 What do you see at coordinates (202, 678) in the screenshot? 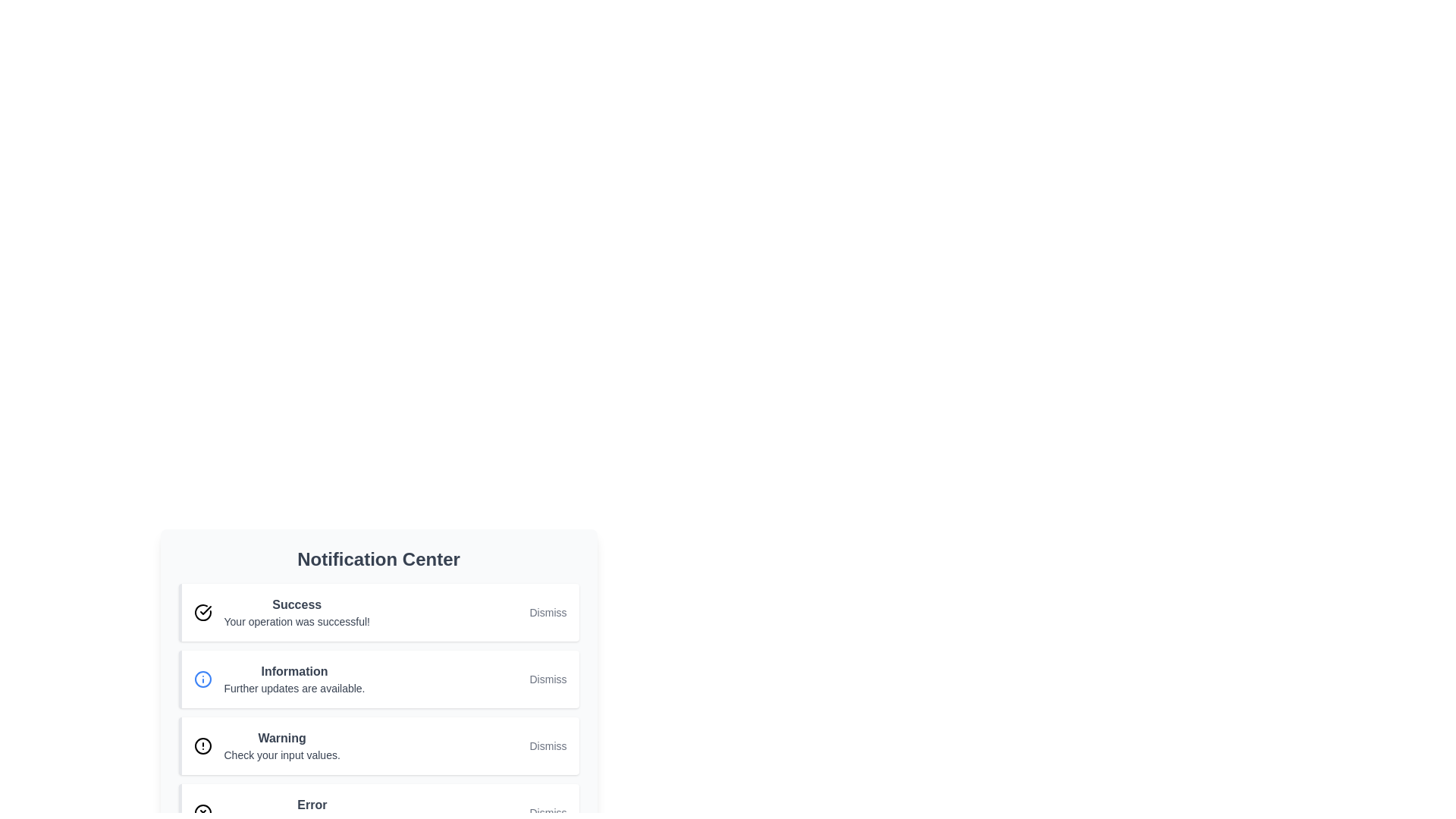
I see `the circular blue outlined icon with an 'i' symbol representing an information indicator, located in the 'Information' notification box to the left of the text` at bounding box center [202, 678].